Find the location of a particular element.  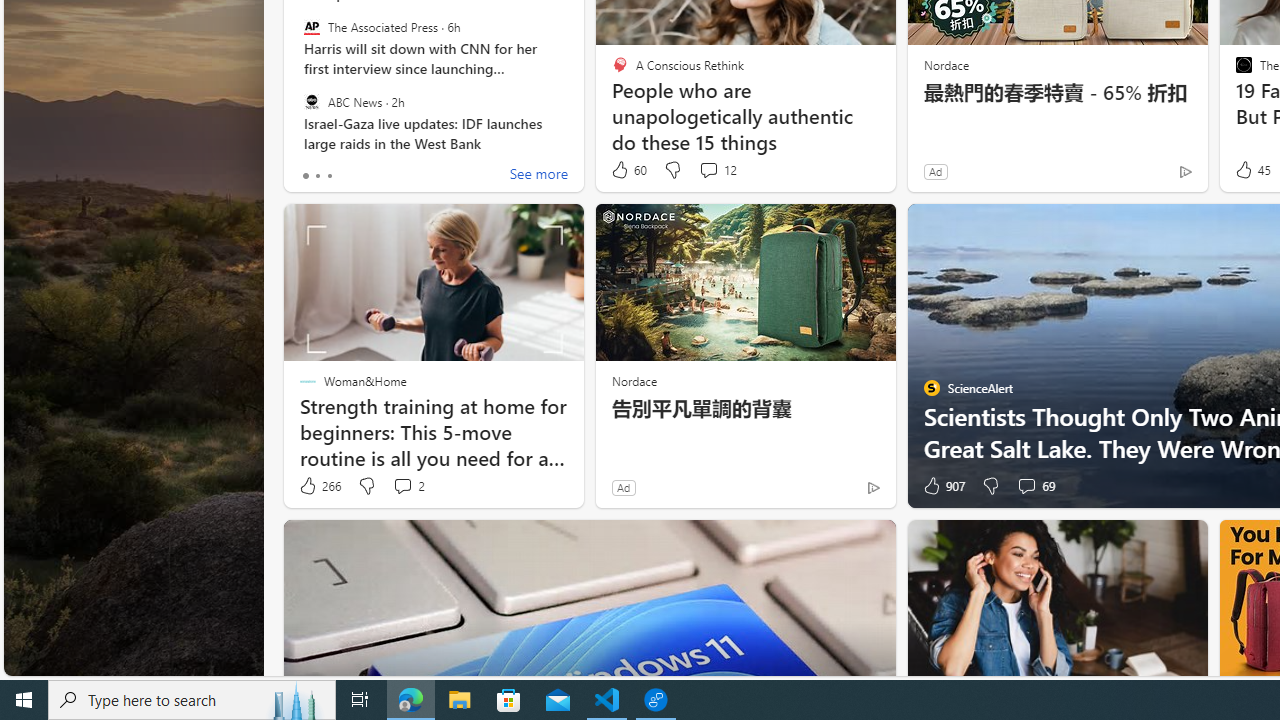

'tab-1' is located at coordinates (316, 175).